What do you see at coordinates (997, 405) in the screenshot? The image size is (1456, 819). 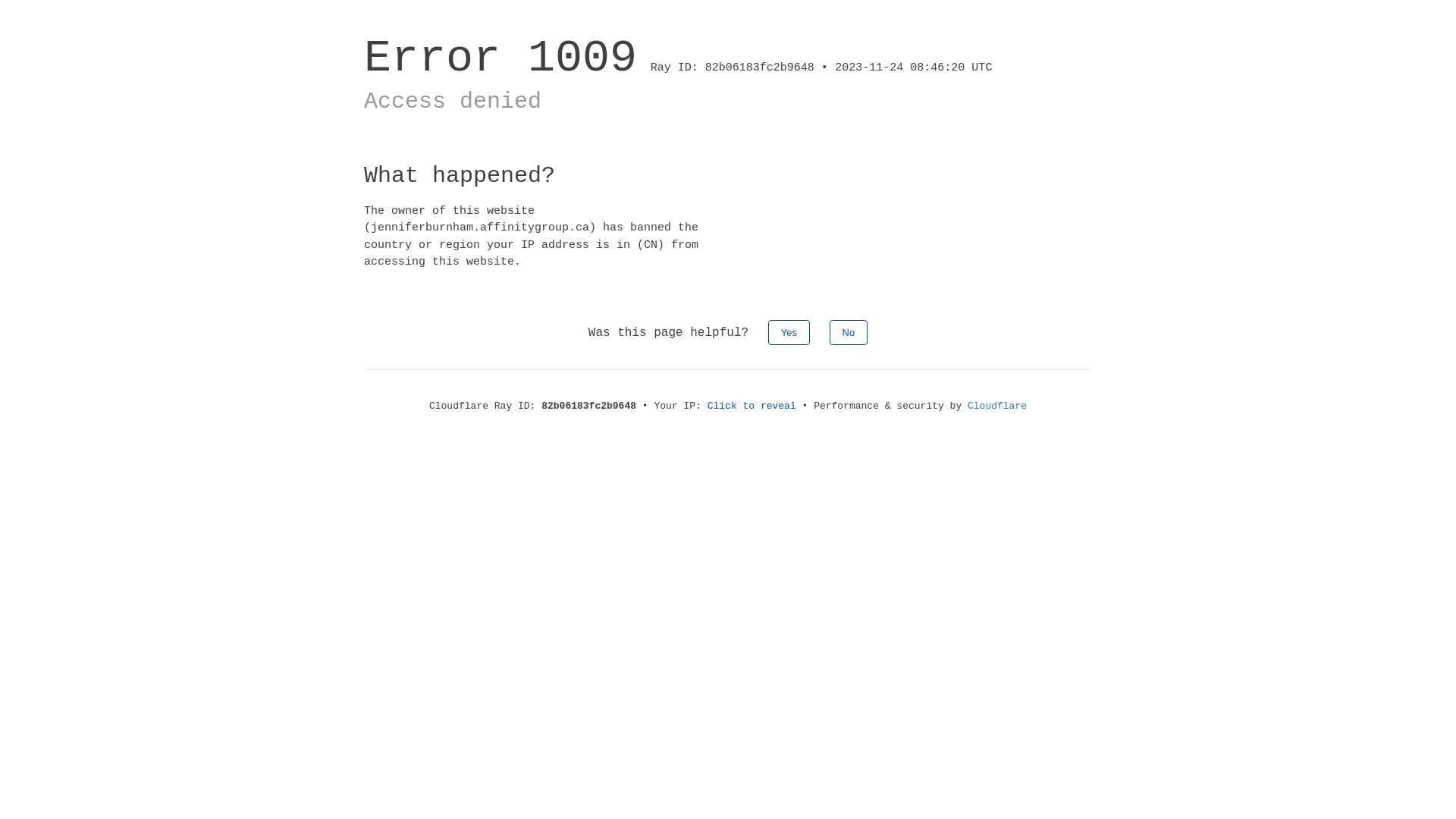 I see `'Cloudflare'` at bounding box center [997, 405].